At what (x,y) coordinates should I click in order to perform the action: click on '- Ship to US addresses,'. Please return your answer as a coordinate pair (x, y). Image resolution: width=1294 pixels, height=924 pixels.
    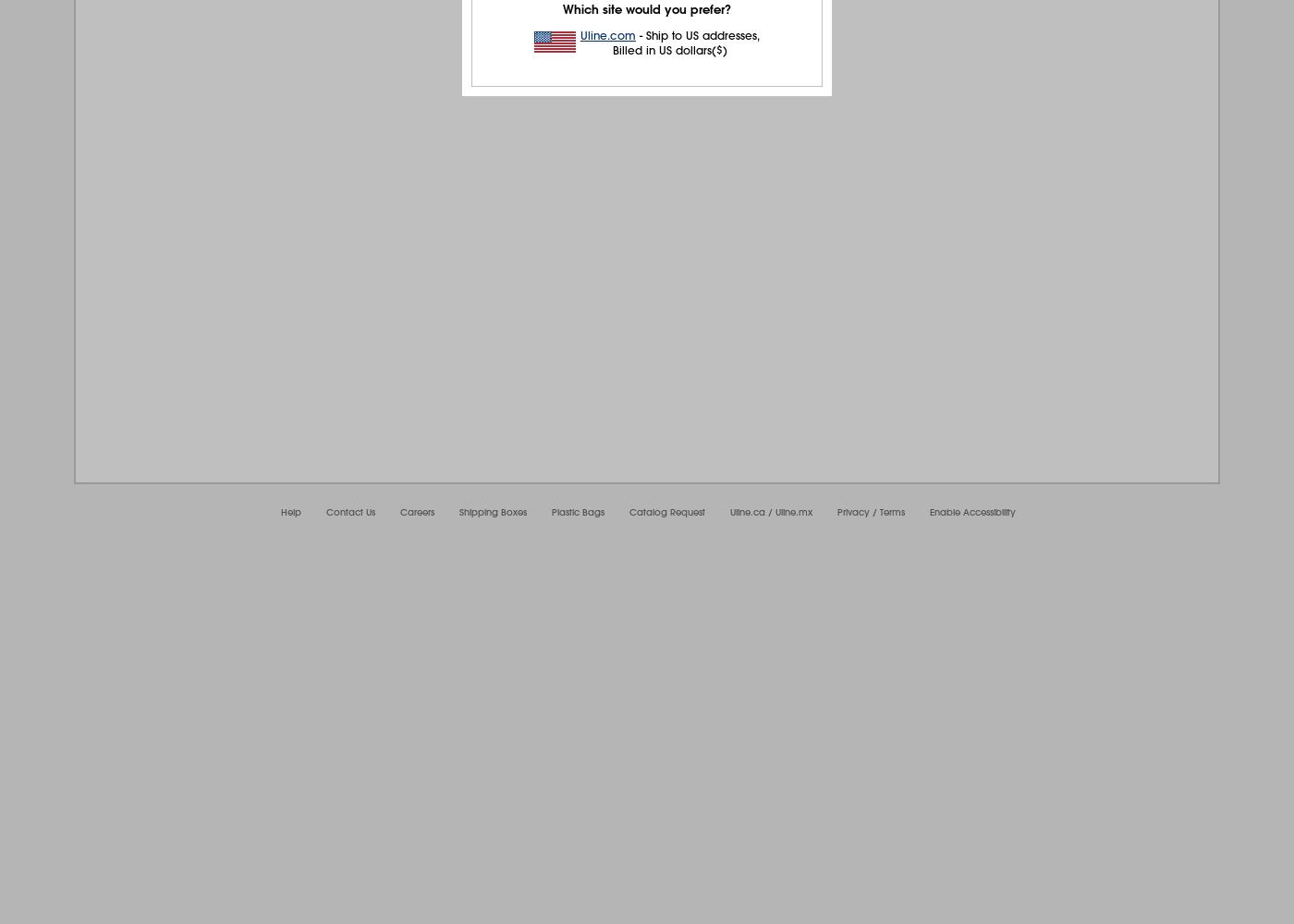
    Looking at the image, I should click on (698, 35).